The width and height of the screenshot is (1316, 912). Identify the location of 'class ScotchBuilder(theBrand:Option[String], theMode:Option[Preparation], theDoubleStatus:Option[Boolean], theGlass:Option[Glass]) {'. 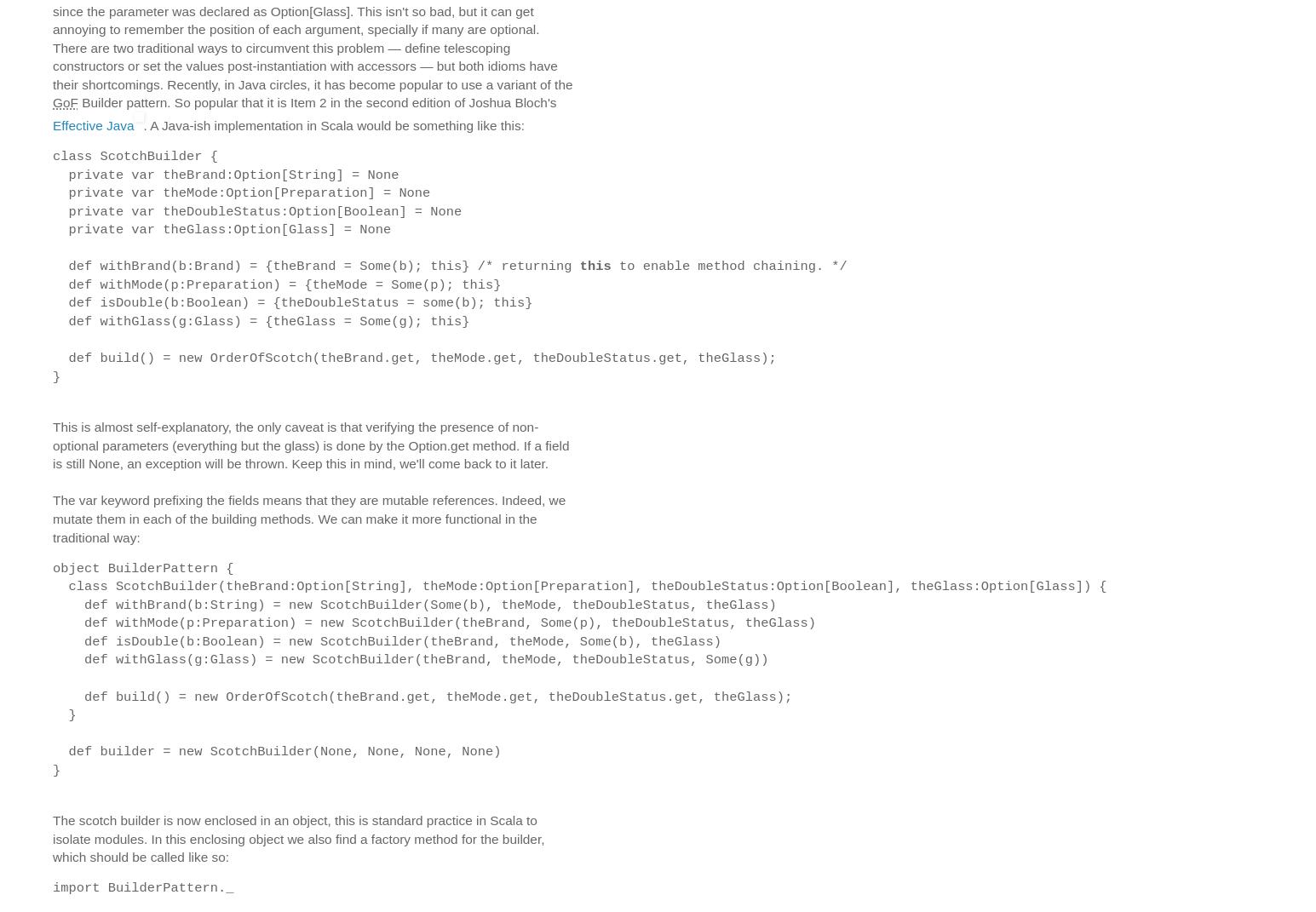
(578, 585).